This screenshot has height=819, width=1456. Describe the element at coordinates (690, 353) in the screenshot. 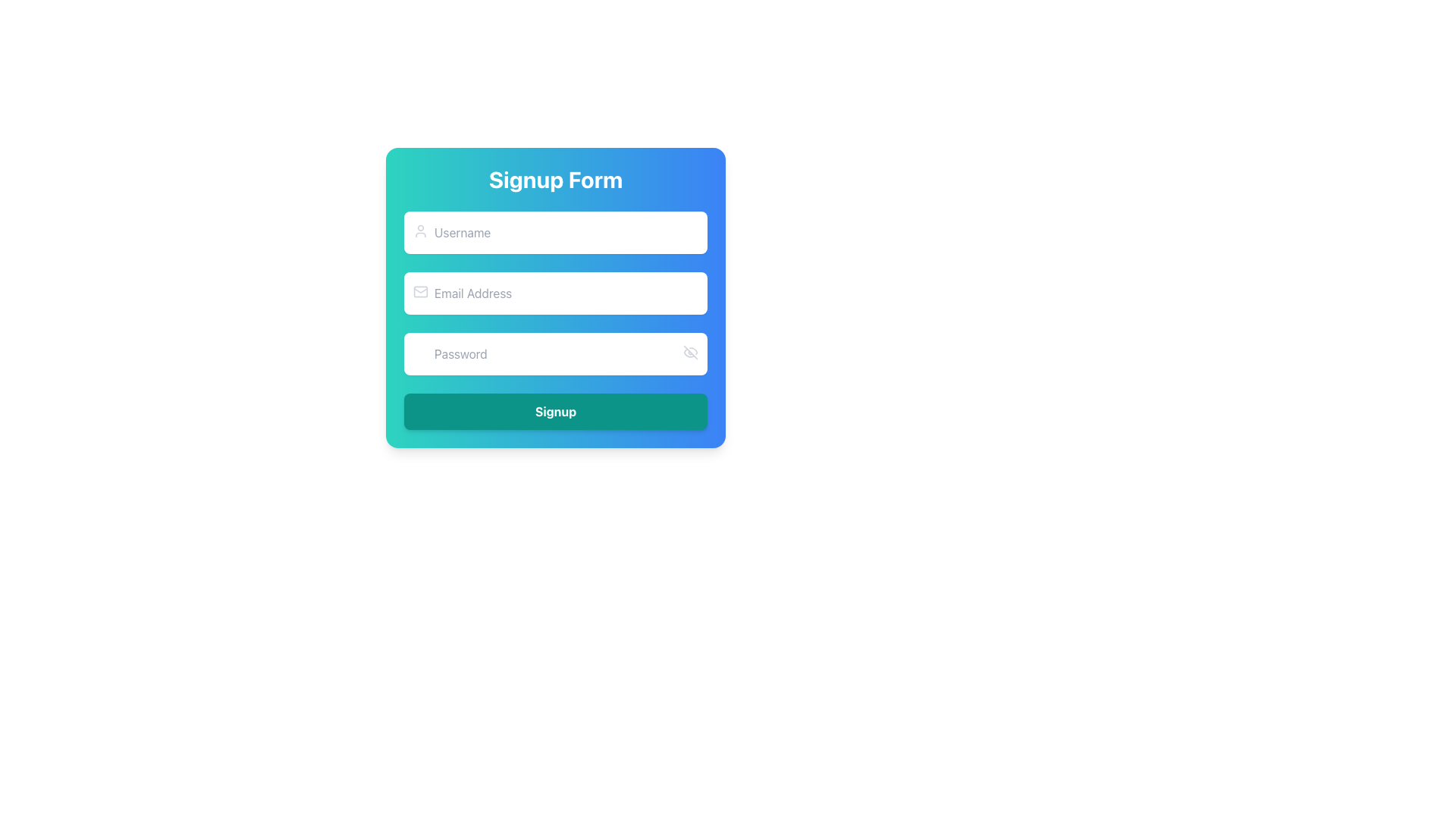

I see `the toggle icon for password visibility, which resembles a crossed-out eye and is located at the top-right corner of the password input field` at that location.